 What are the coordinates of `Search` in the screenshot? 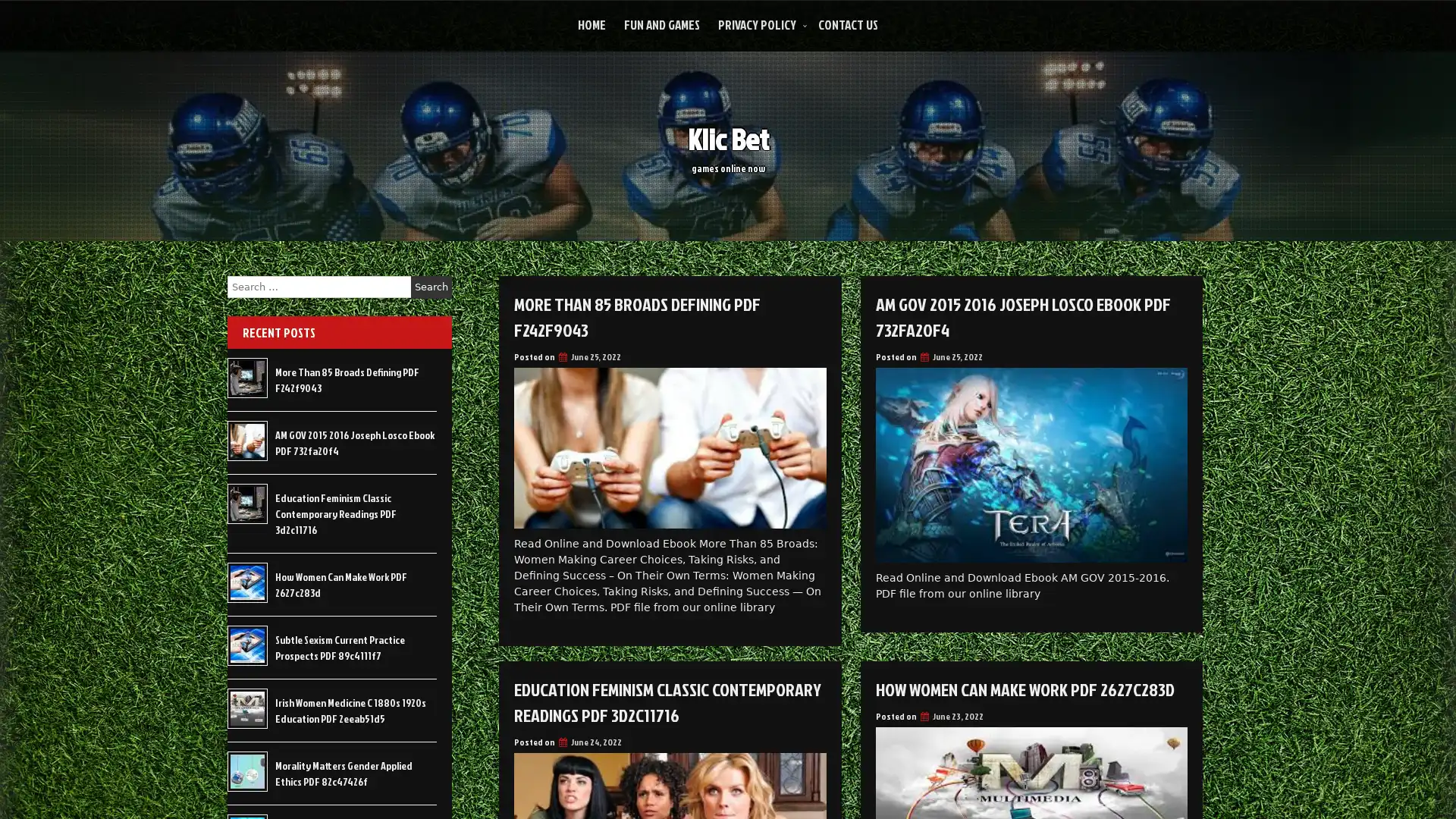 It's located at (431, 287).